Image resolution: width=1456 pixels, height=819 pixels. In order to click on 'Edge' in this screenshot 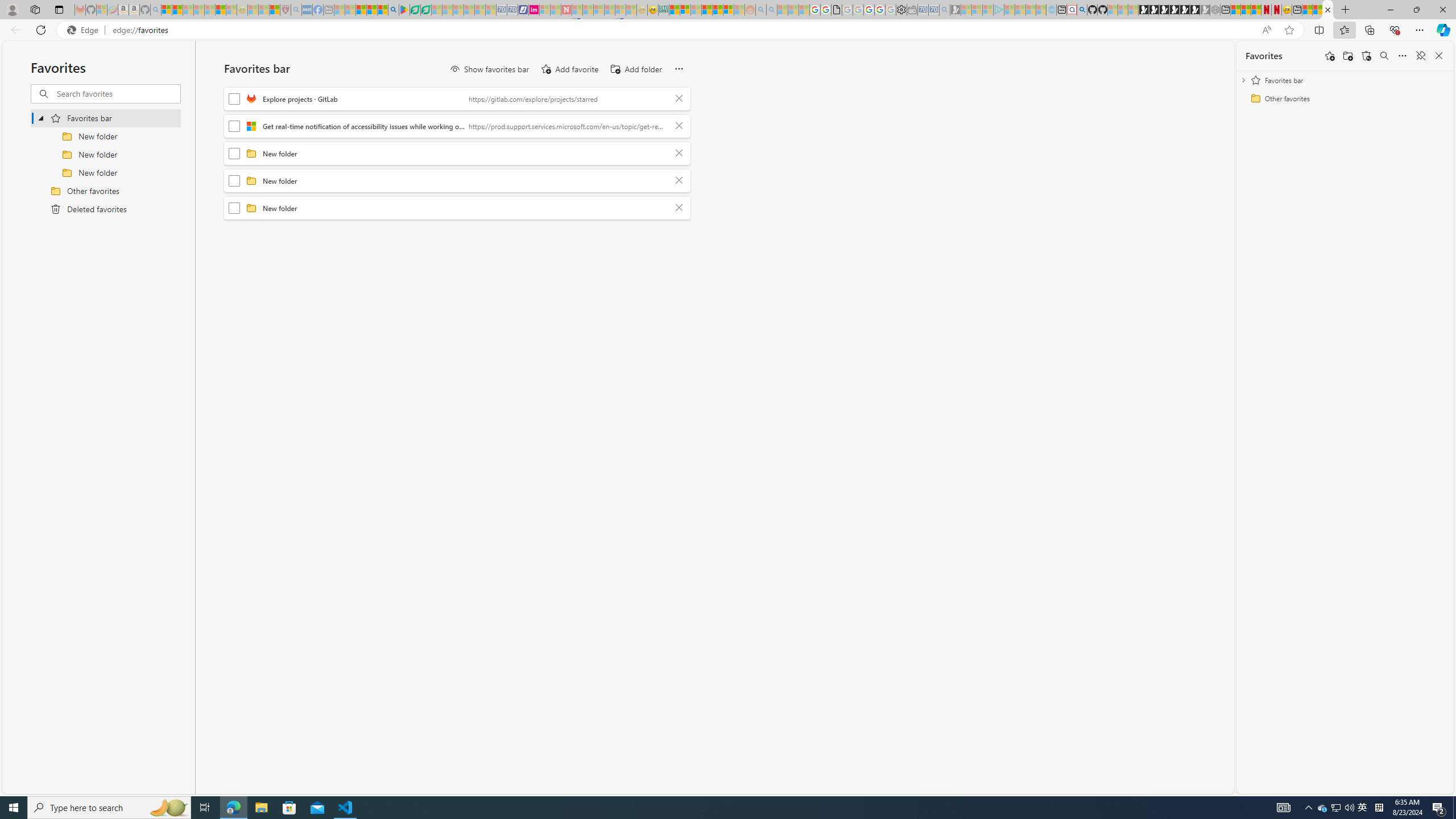, I will do `click(84, 30)`.